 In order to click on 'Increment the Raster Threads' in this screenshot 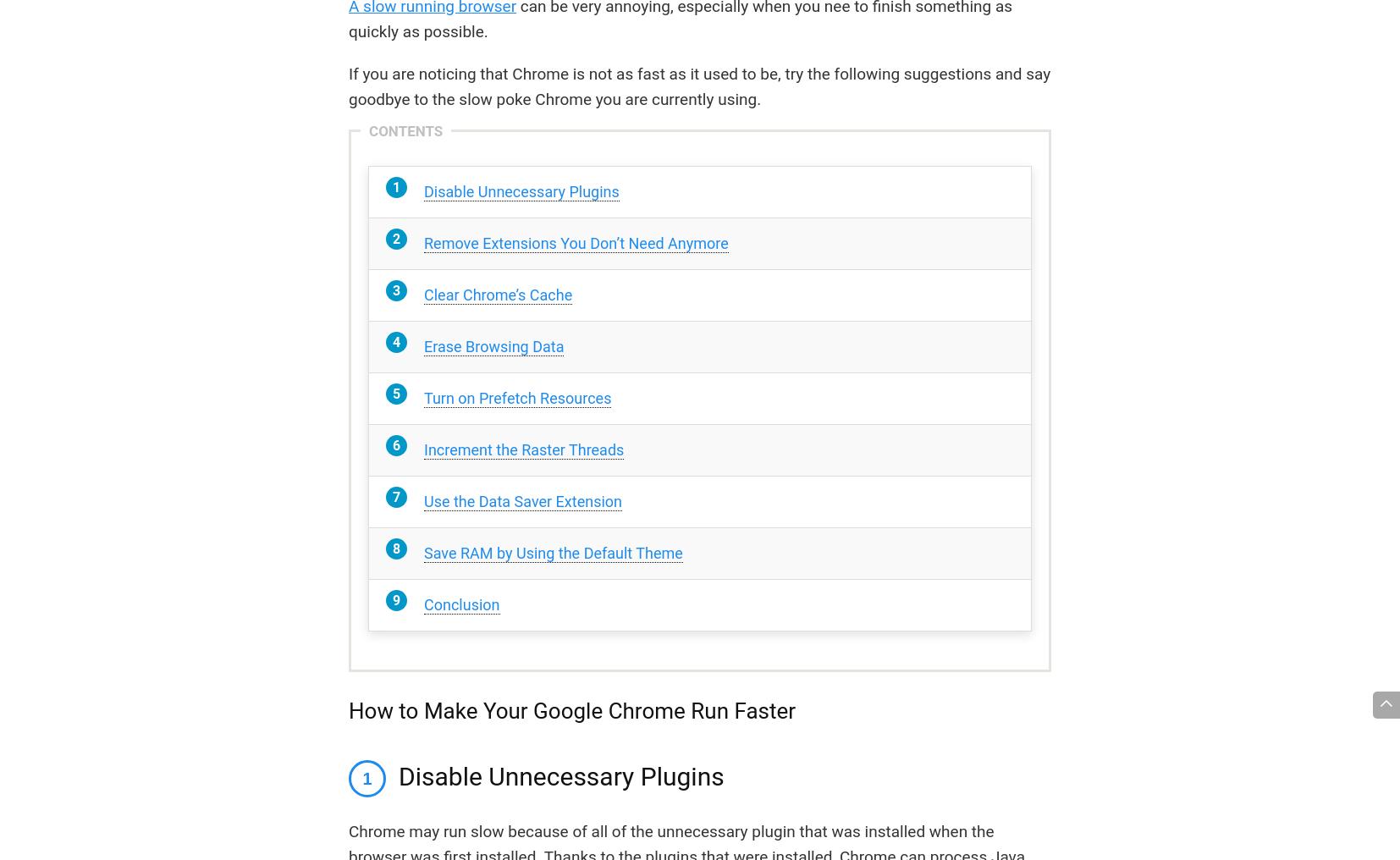, I will do `click(523, 449)`.